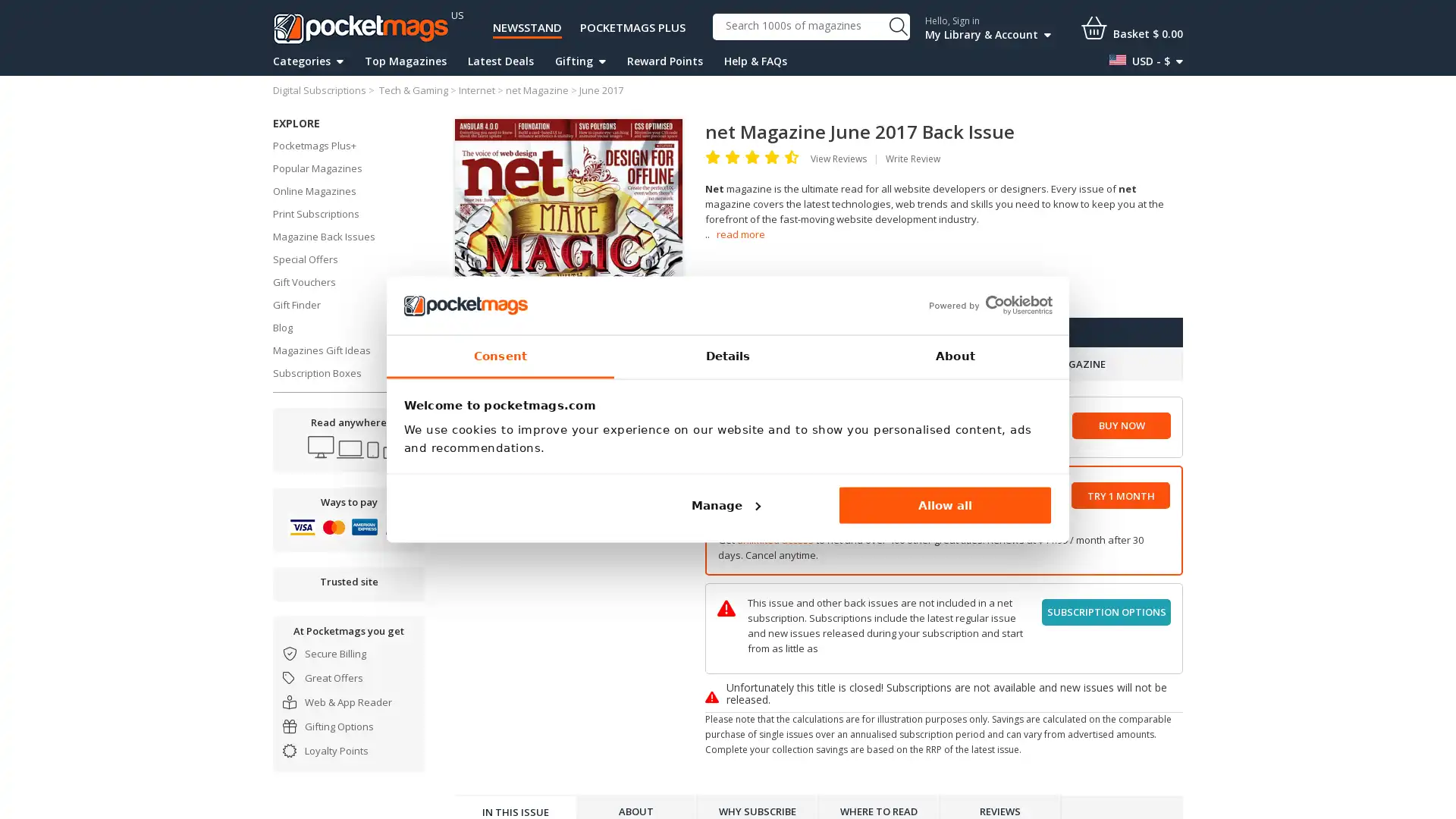  What do you see at coordinates (944, 505) in the screenshot?
I see `Allow all` at bounding box center [944, 505].